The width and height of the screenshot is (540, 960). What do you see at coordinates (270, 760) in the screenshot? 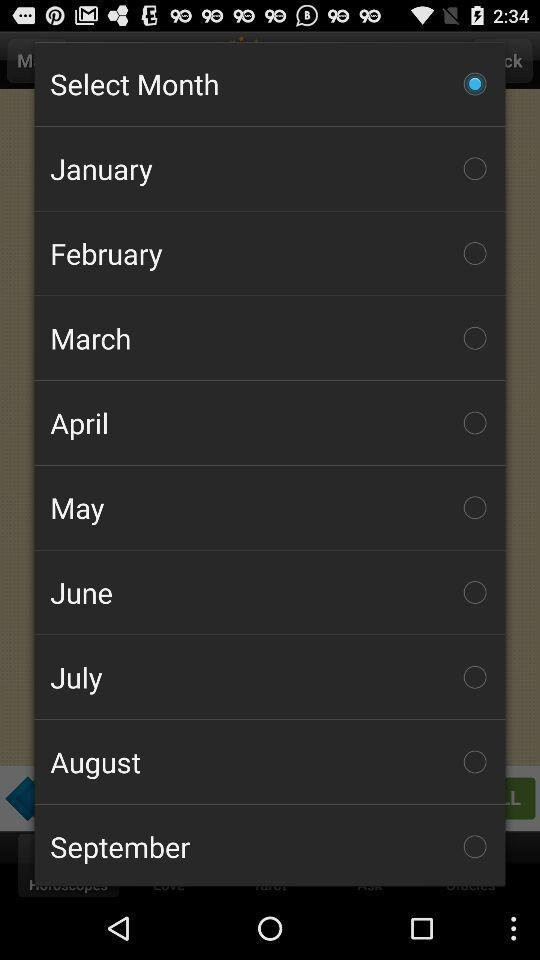
I see `the icon below july item` at bounding box center [270, 760].